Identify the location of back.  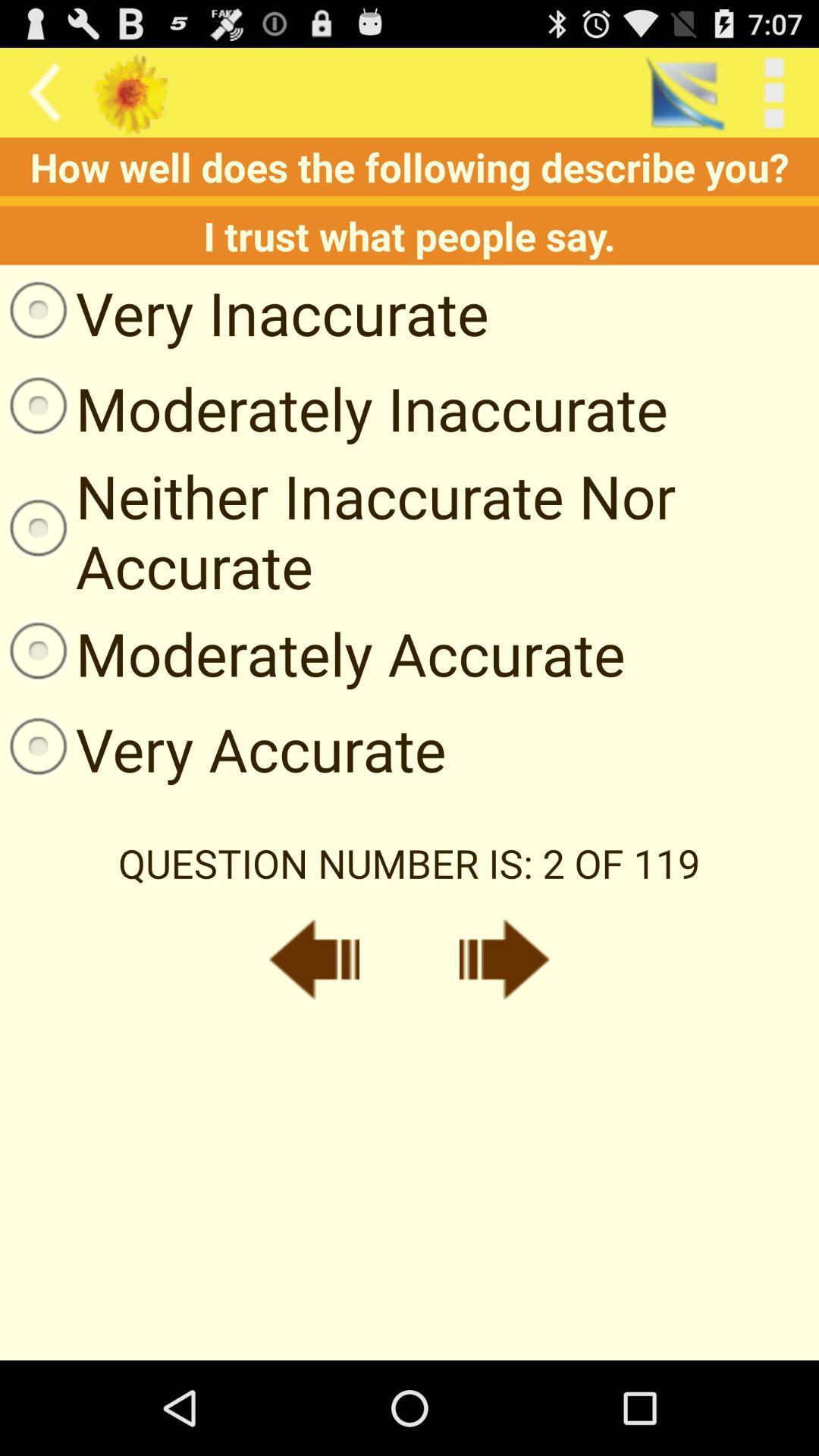
(313, 959).